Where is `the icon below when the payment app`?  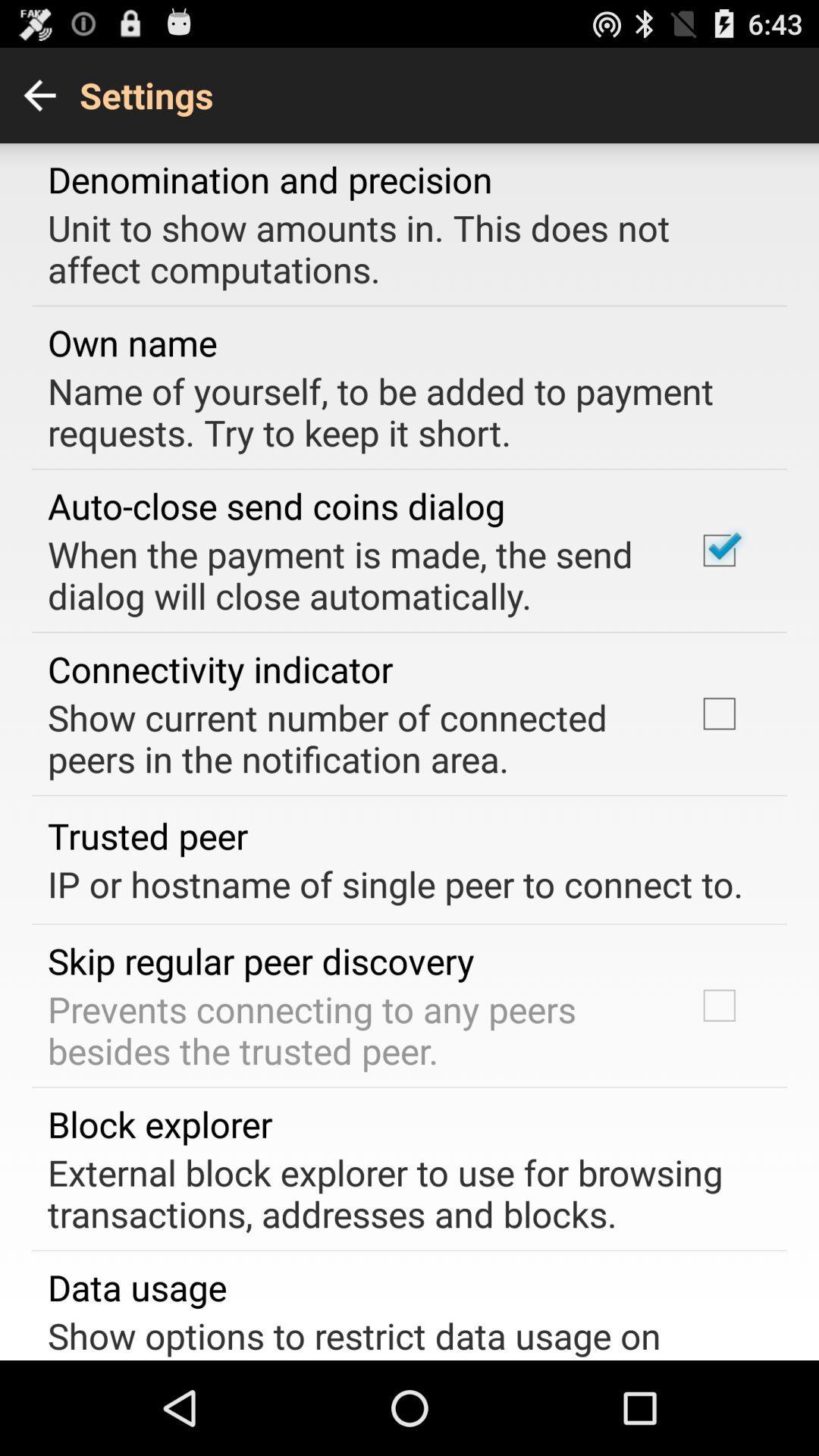
the icon below when the payment app is located at coordinates (220, 668).